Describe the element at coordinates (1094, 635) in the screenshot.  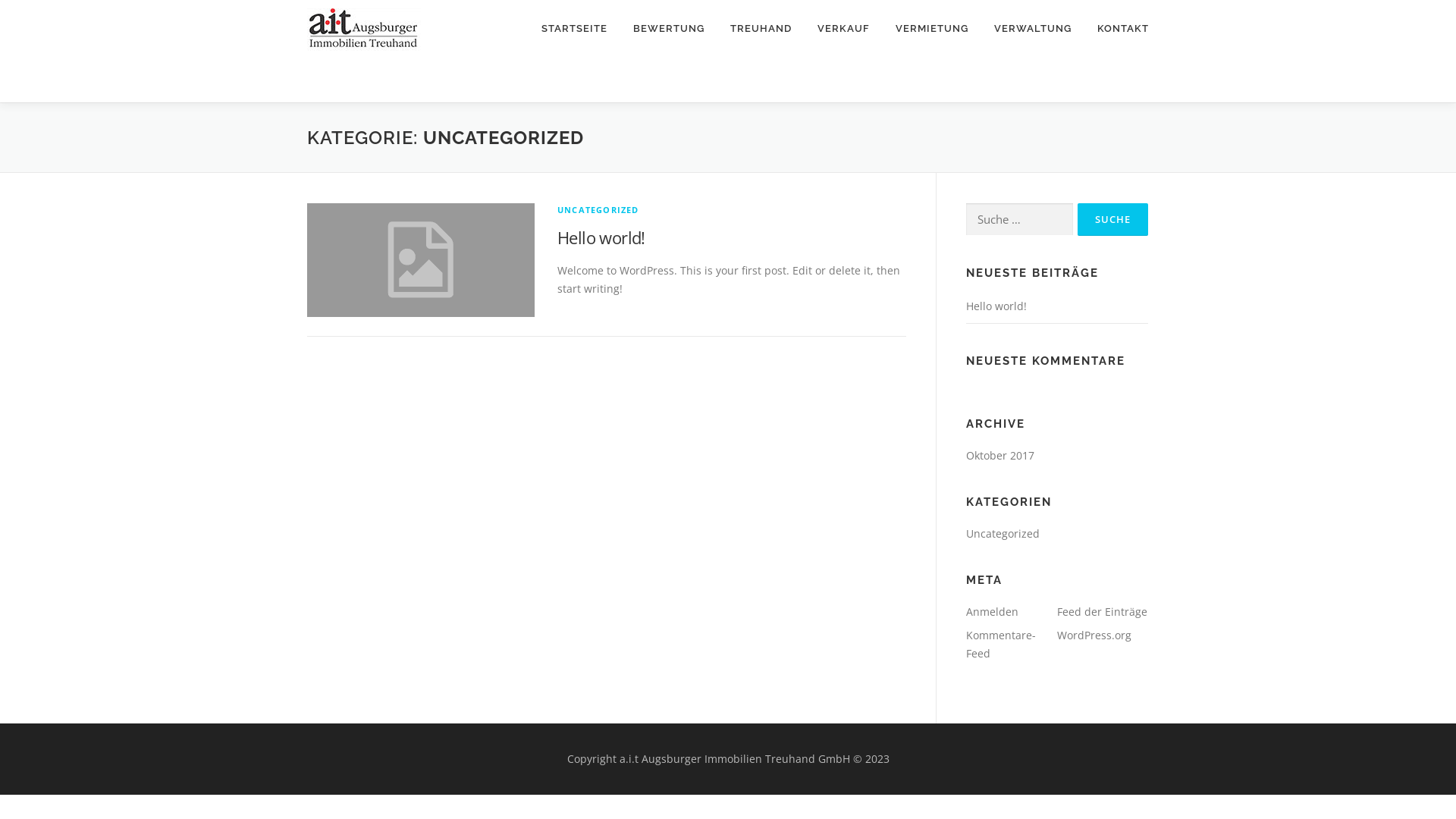
I see `'WordPress.org'` at that location.